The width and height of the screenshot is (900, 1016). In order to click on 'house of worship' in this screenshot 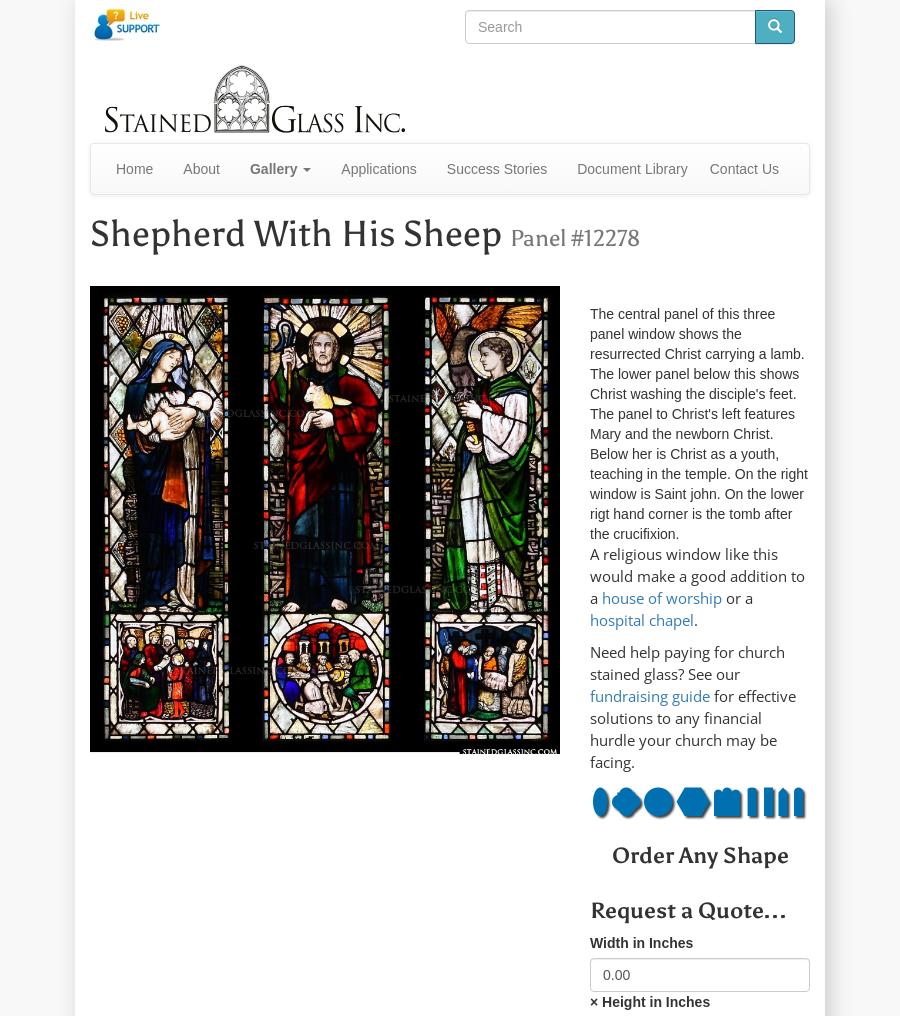, I will do `click(662, 598)`.